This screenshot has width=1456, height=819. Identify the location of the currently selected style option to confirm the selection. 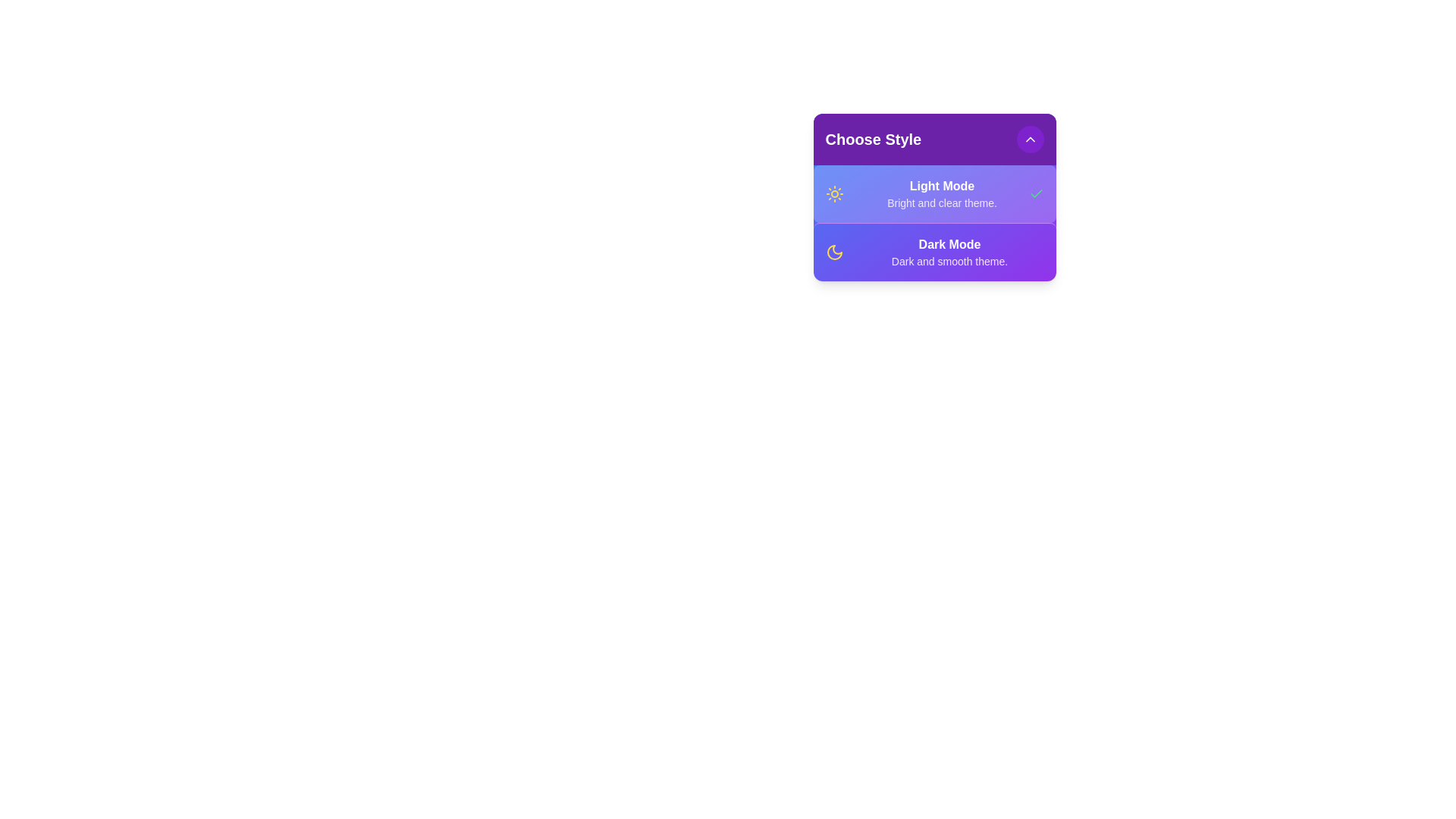
(934, 193).